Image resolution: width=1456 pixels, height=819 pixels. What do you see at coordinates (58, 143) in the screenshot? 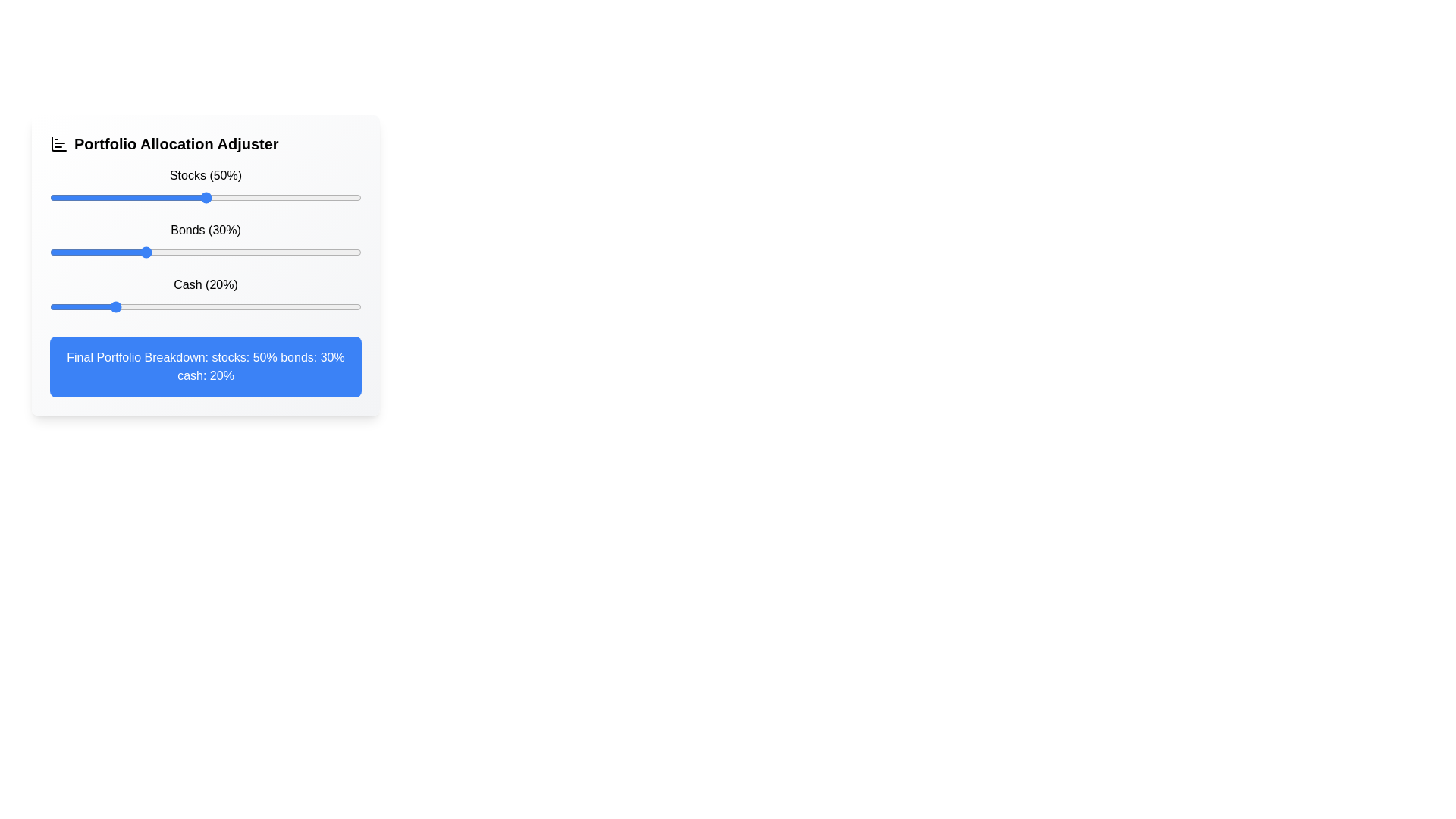
I see `the header icon to trigger additional information display` at bounding box center [58, 143].